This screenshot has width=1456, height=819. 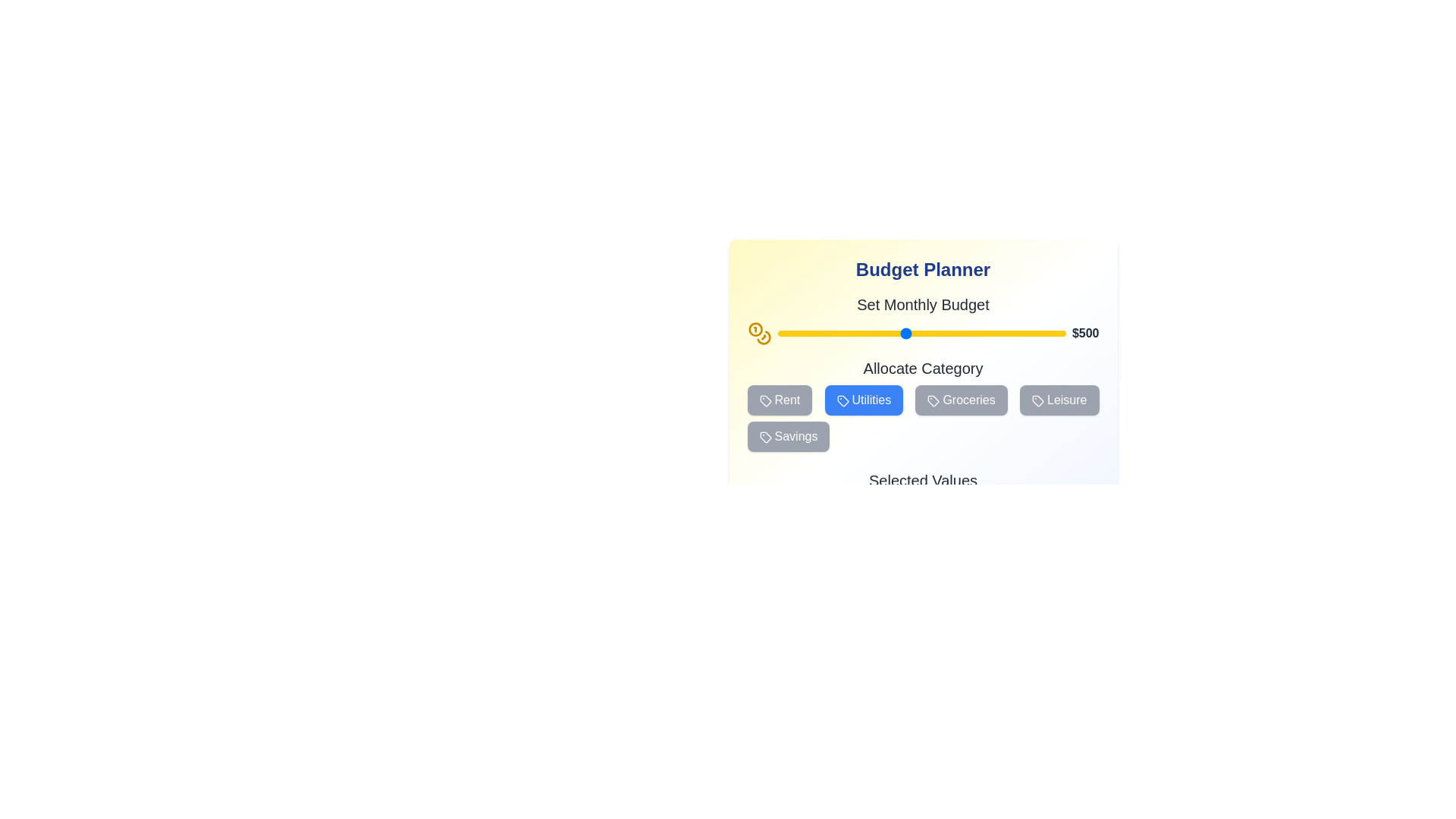 I want to click on the 'Utilities' icon in the 'Allocate Category' section, which is positioned in the middle row and is the second button from the left, so click(x=842, y=400).